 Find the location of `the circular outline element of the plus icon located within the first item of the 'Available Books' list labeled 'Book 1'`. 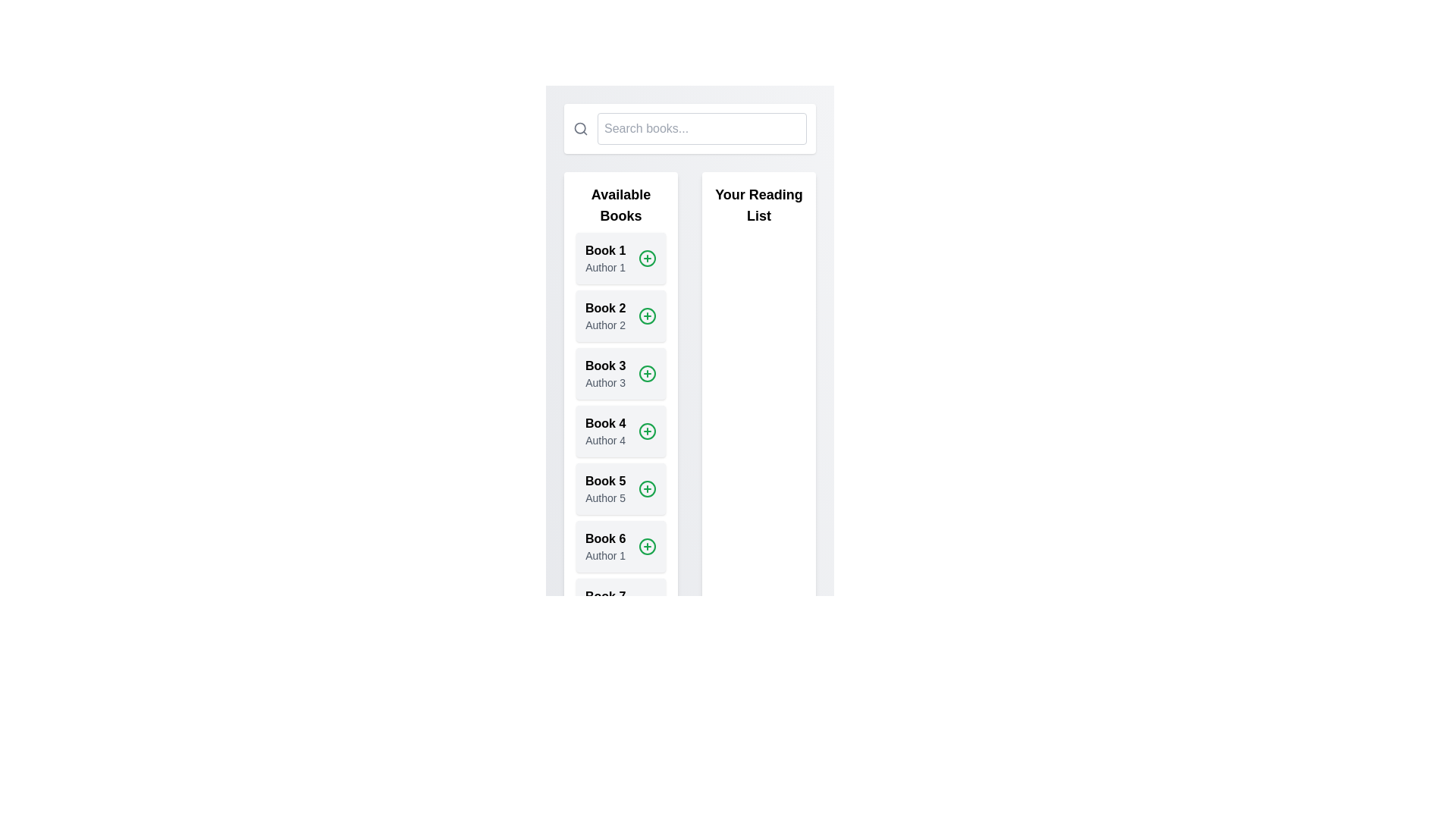

the circular outline element of the plus icon located within the first item of the 'Available Books' list labeled 'Book 1' is located at coordinates (648, 257).